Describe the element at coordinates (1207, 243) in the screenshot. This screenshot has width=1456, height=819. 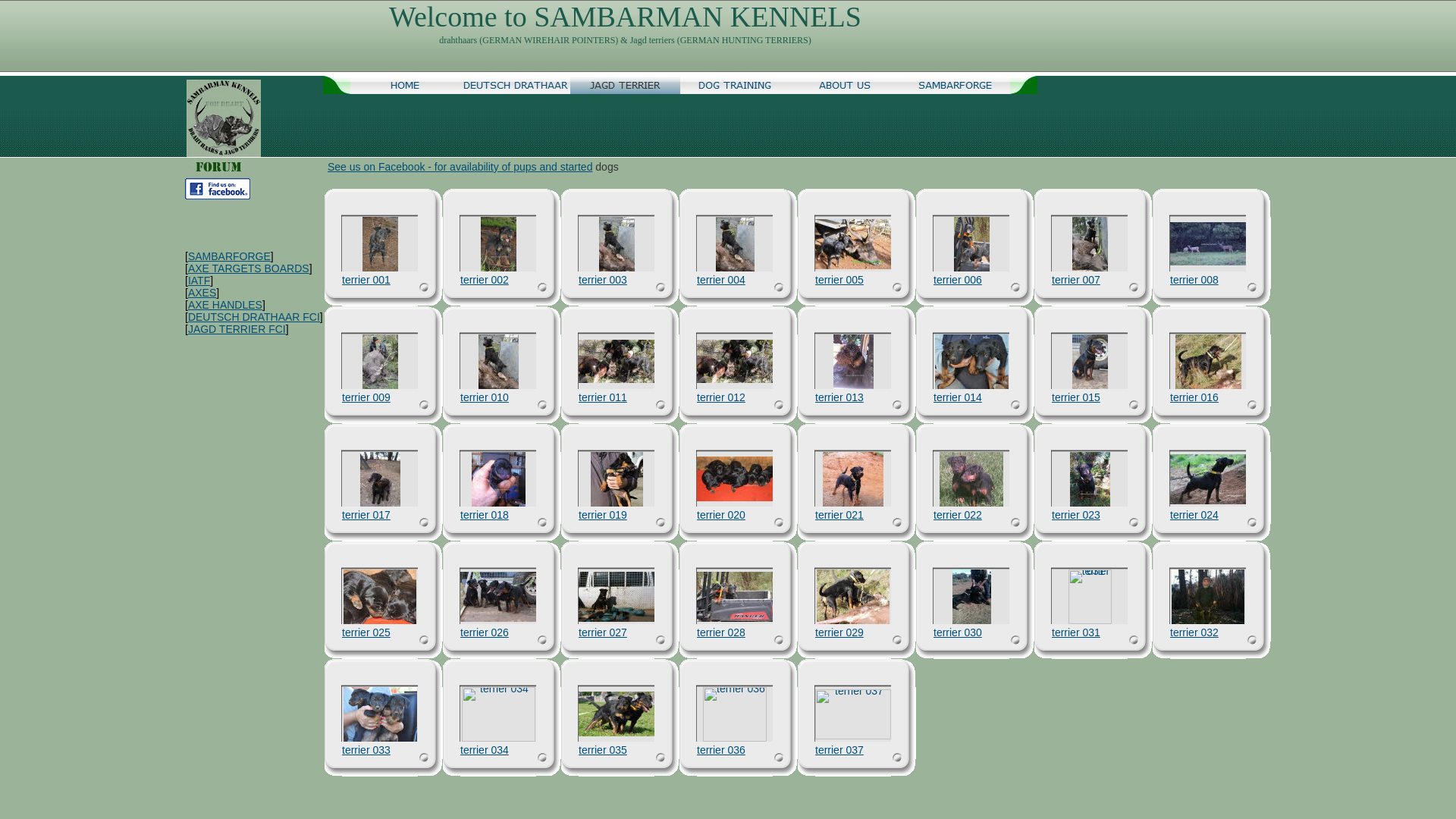
I see `'terrier 008'` at that location.